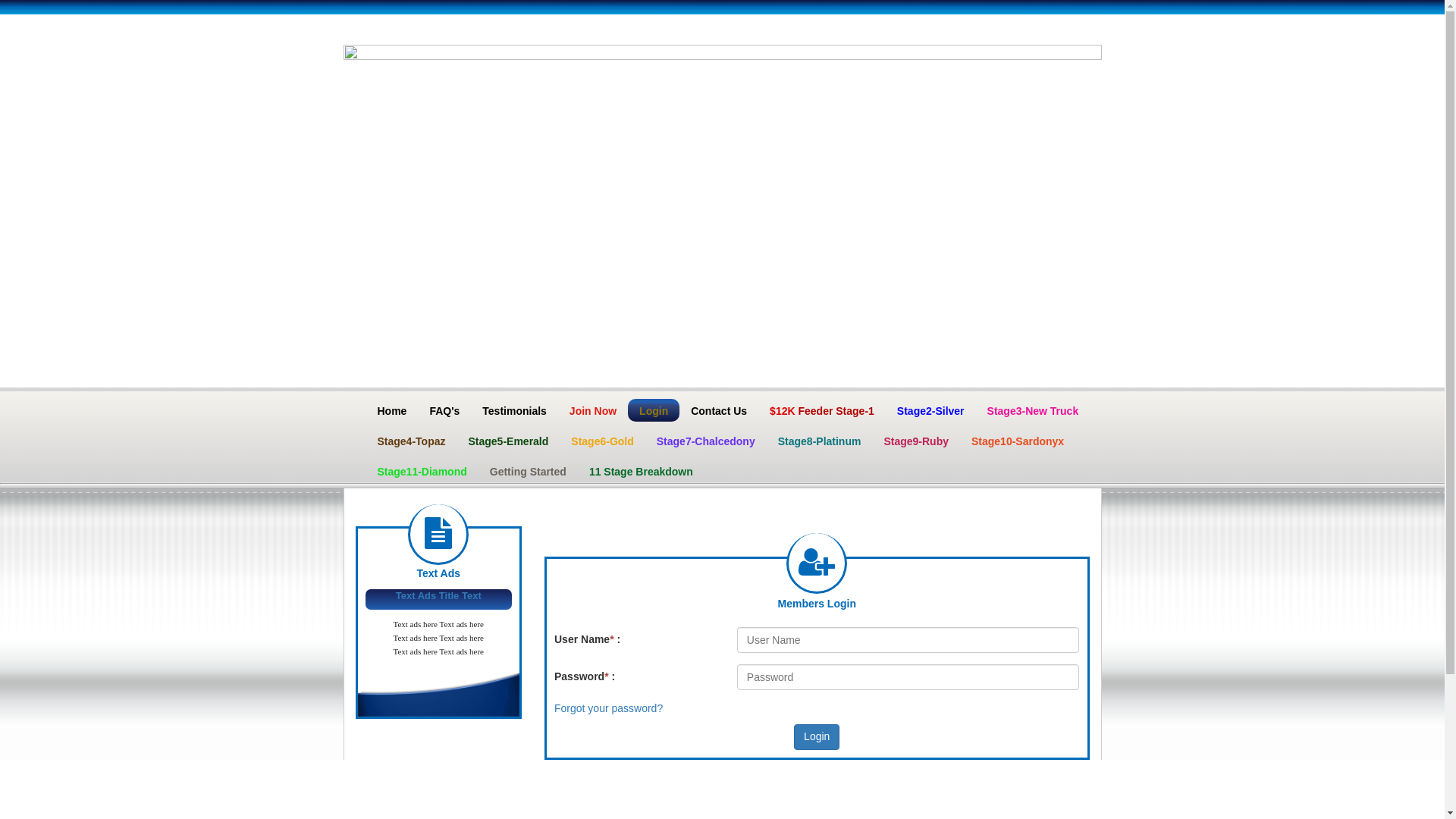  I want to click on 'Stage3-New Truck', so click(1032, 409).